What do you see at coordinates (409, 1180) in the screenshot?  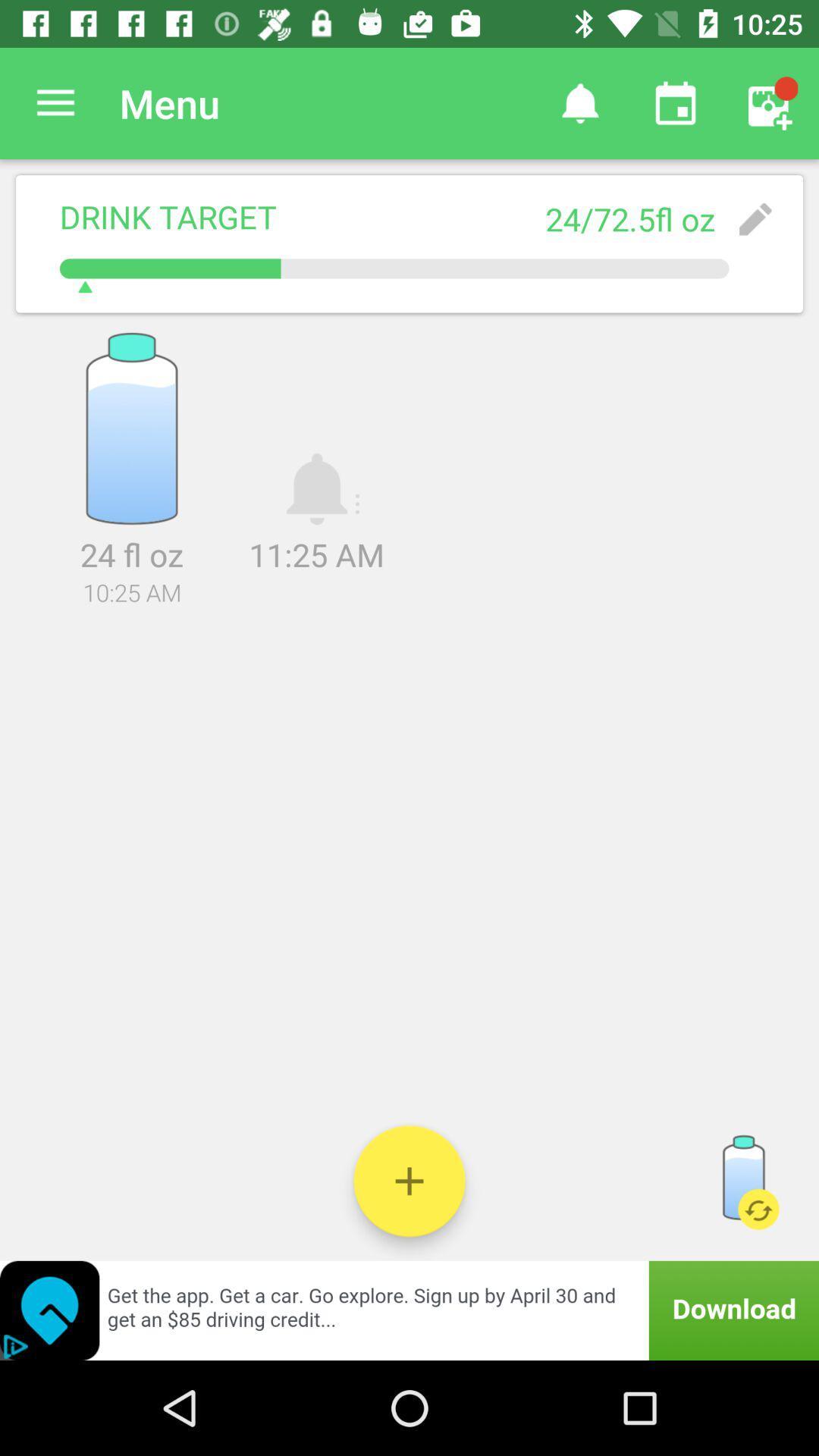 I see `water tracker` at bounding box center [409, 1180].